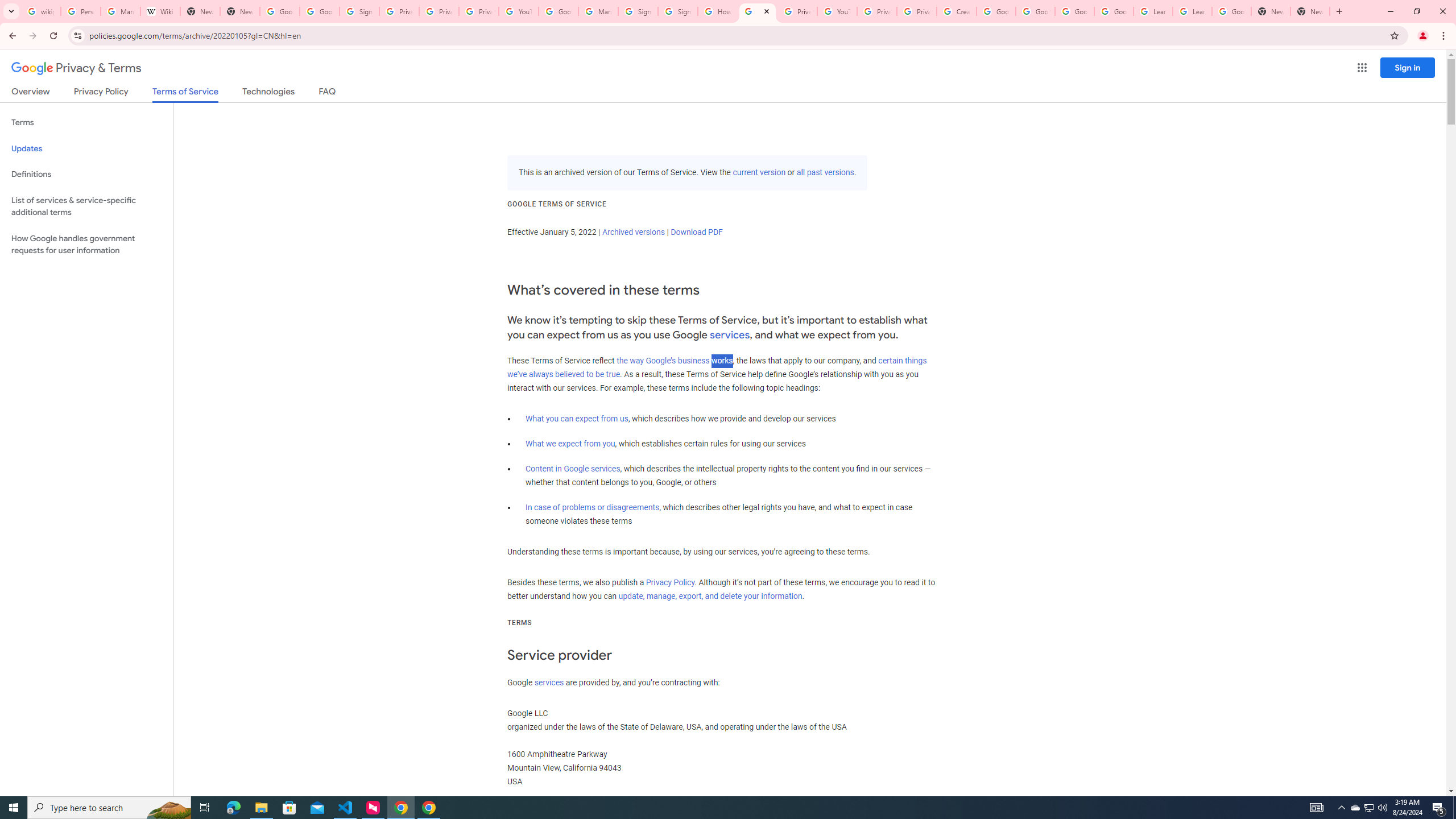  Describe the element at coordinates (632, 231) in the screenshot. I see `'Archived versions'` at that location.